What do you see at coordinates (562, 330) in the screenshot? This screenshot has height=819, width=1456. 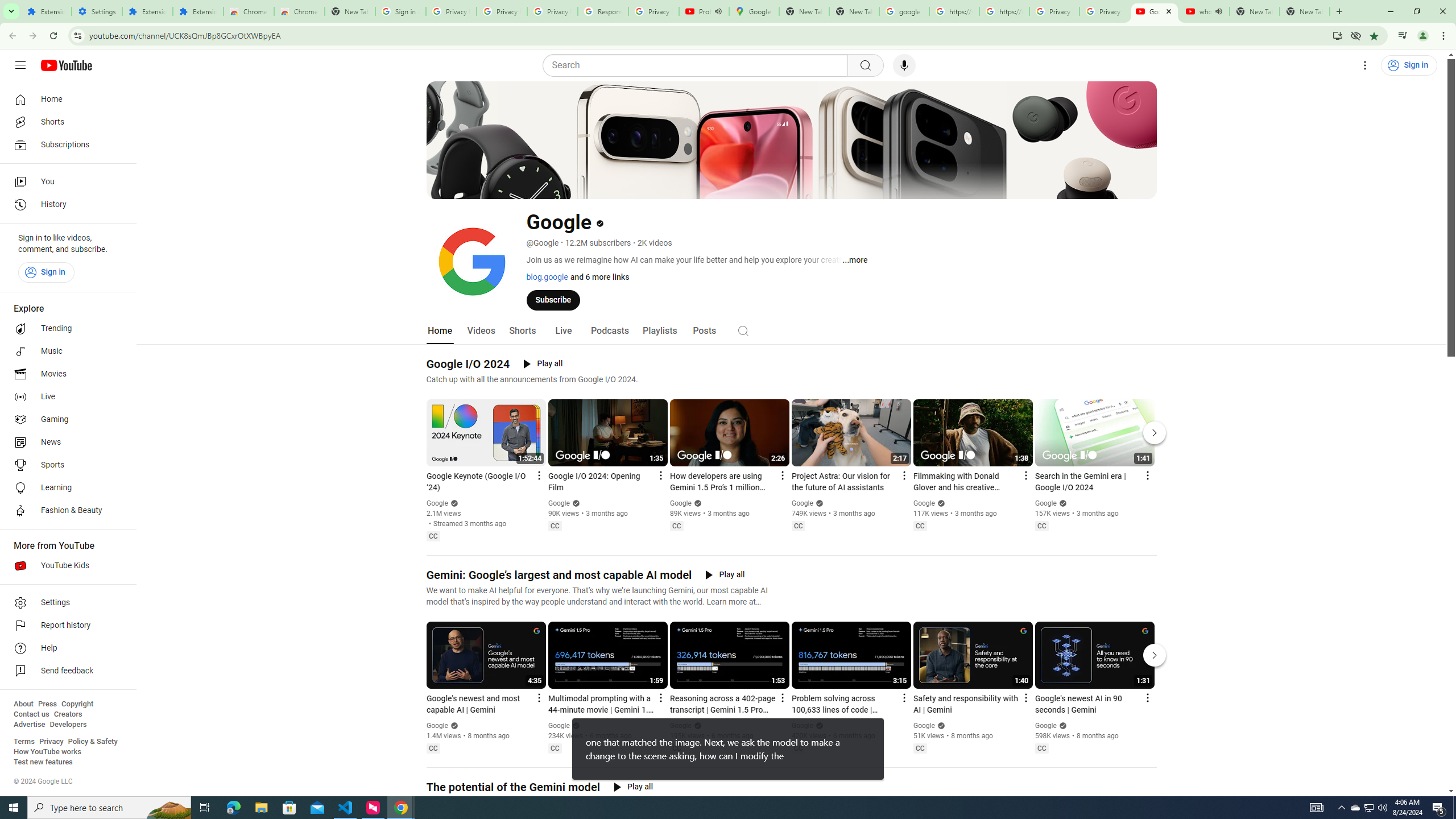 I see `'Live'` at bounding box center [562, 330].